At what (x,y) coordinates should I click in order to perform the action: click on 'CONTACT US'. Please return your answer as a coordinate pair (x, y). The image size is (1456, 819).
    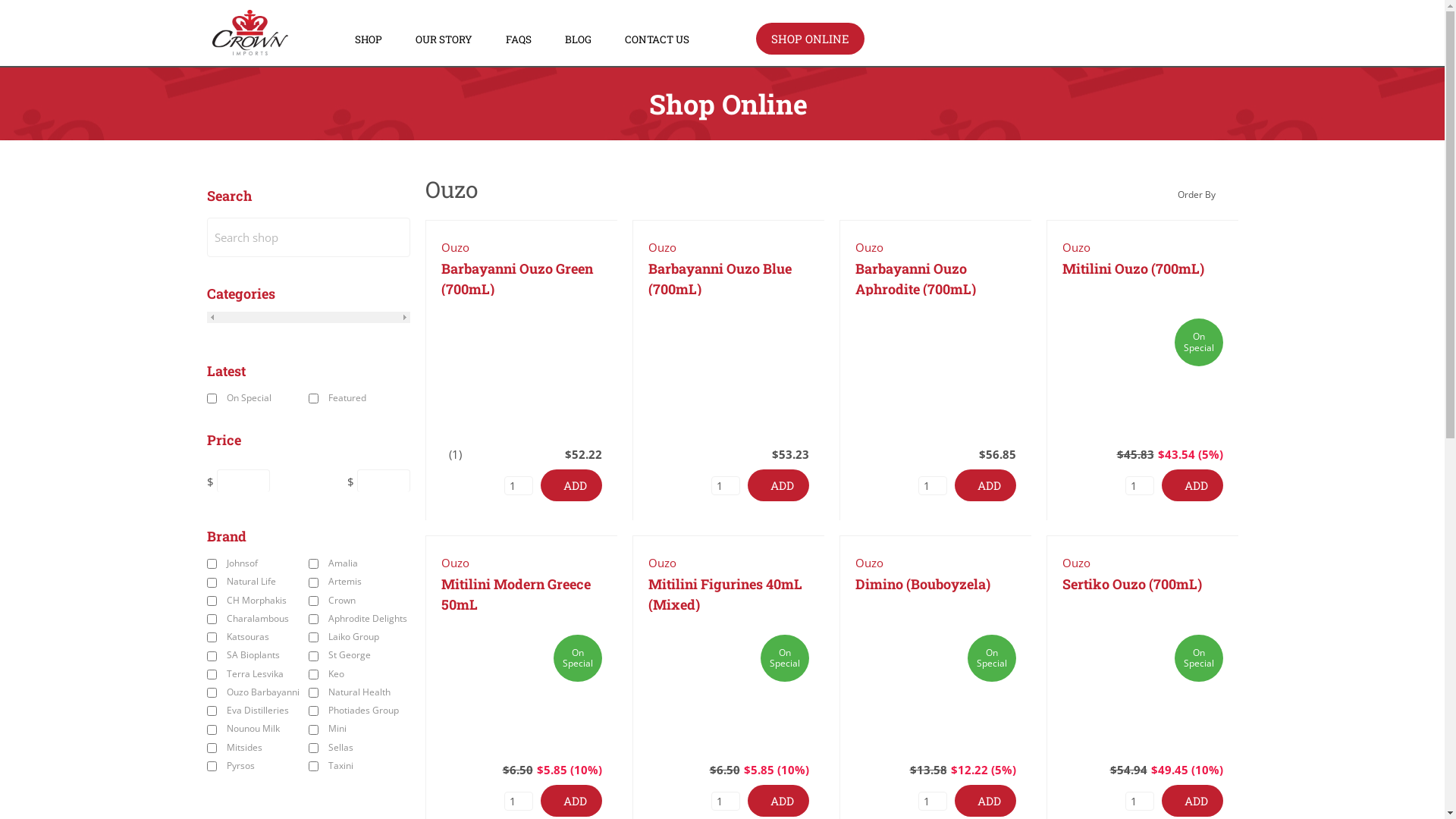
    Looking at the image, I should click on (657, 39).